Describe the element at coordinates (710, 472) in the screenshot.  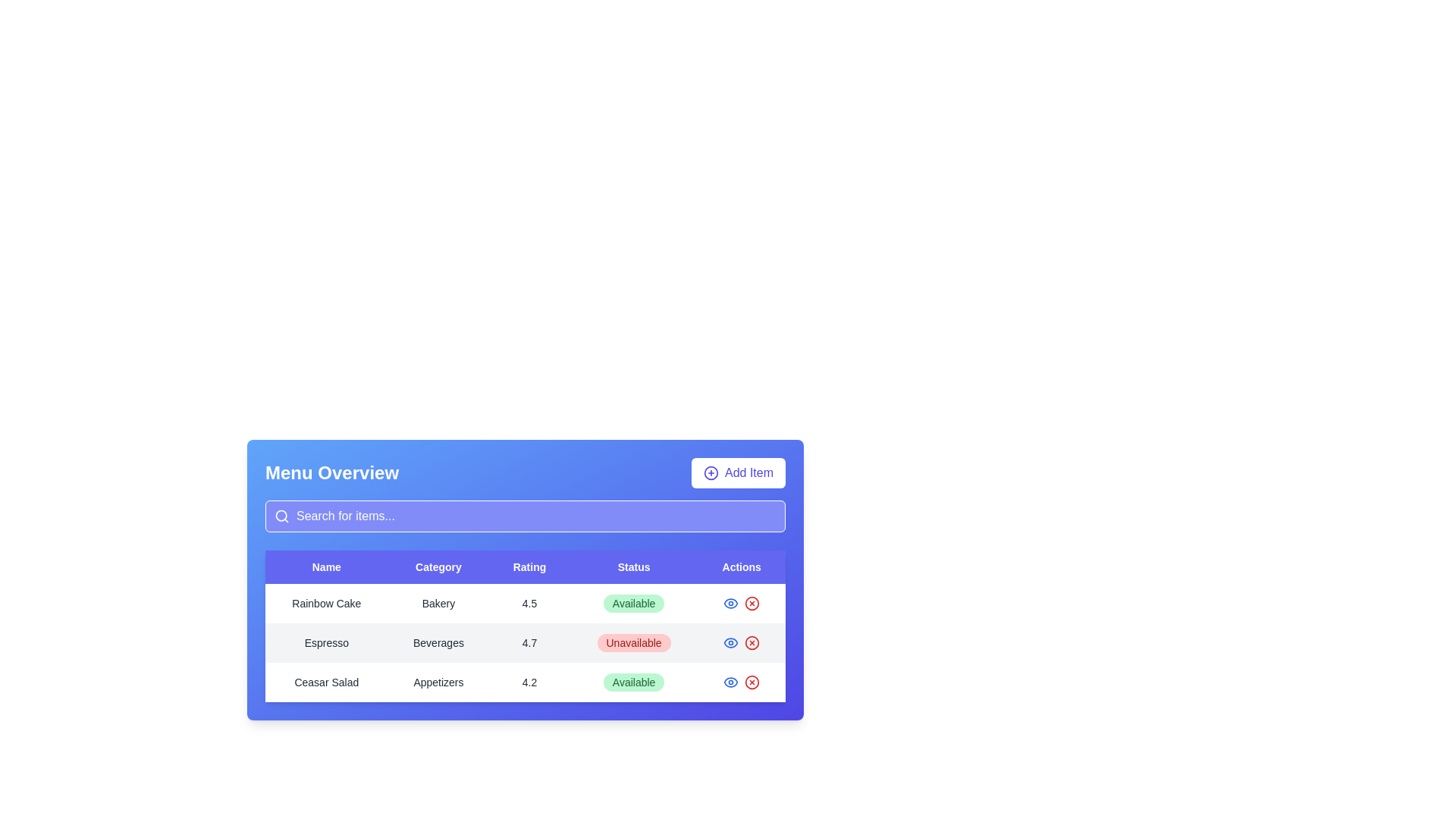
I see `the SVG circle component that is part of the 'Add Item' button icon located at the top right corner of the interface` at that location.